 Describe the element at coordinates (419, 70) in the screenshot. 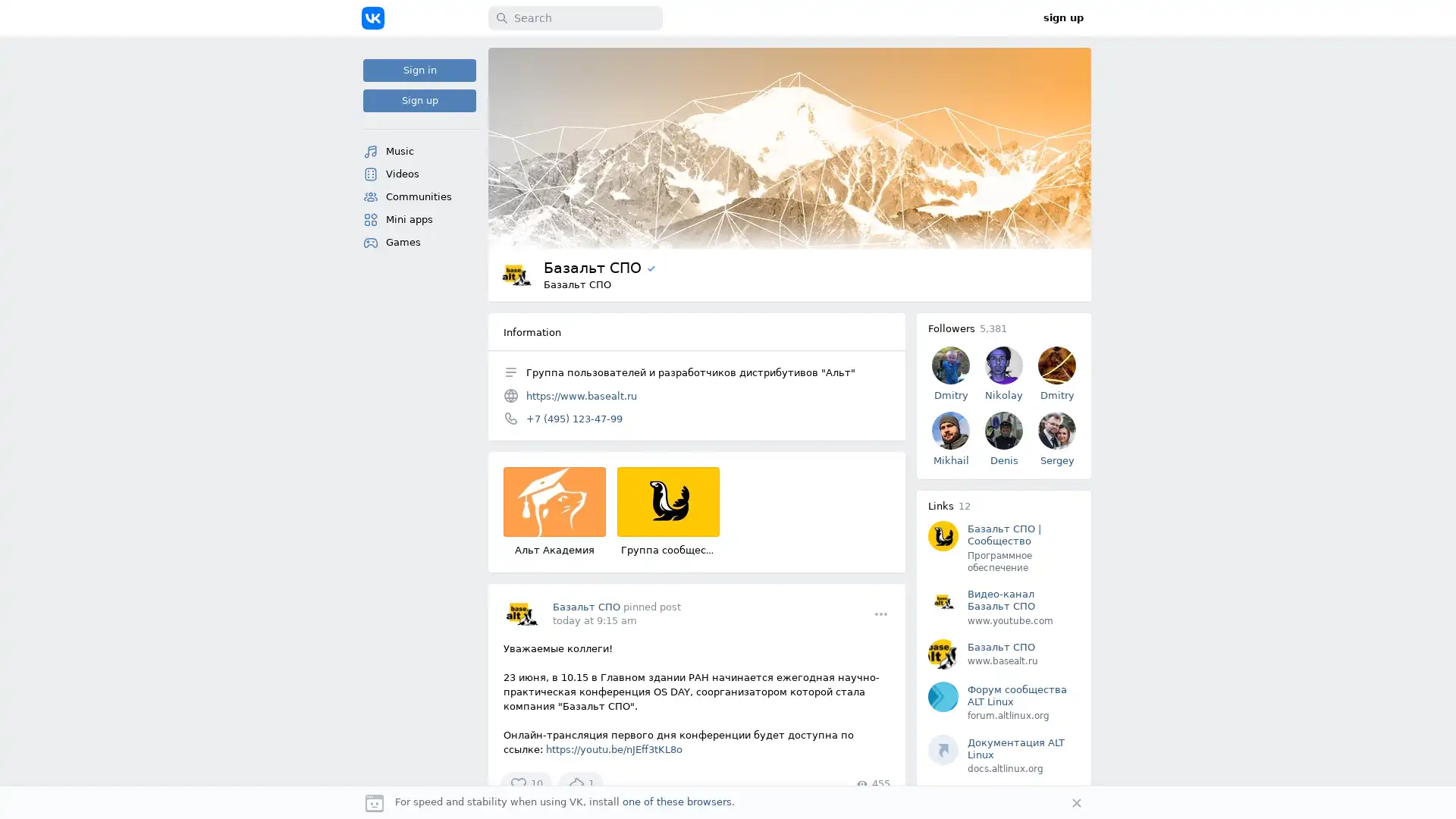

I see `Sign in` at that location.